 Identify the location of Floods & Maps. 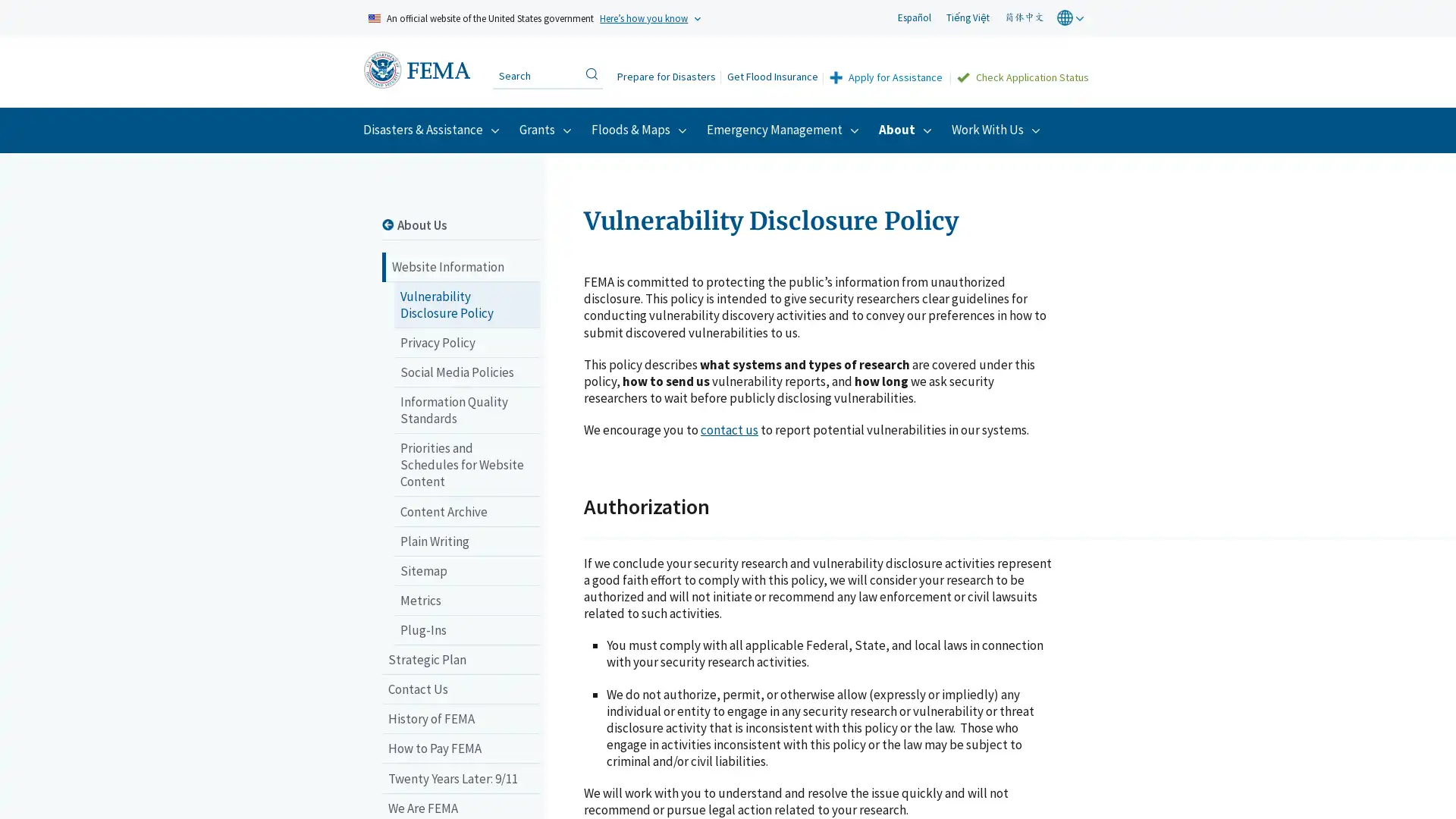
(641, 128).